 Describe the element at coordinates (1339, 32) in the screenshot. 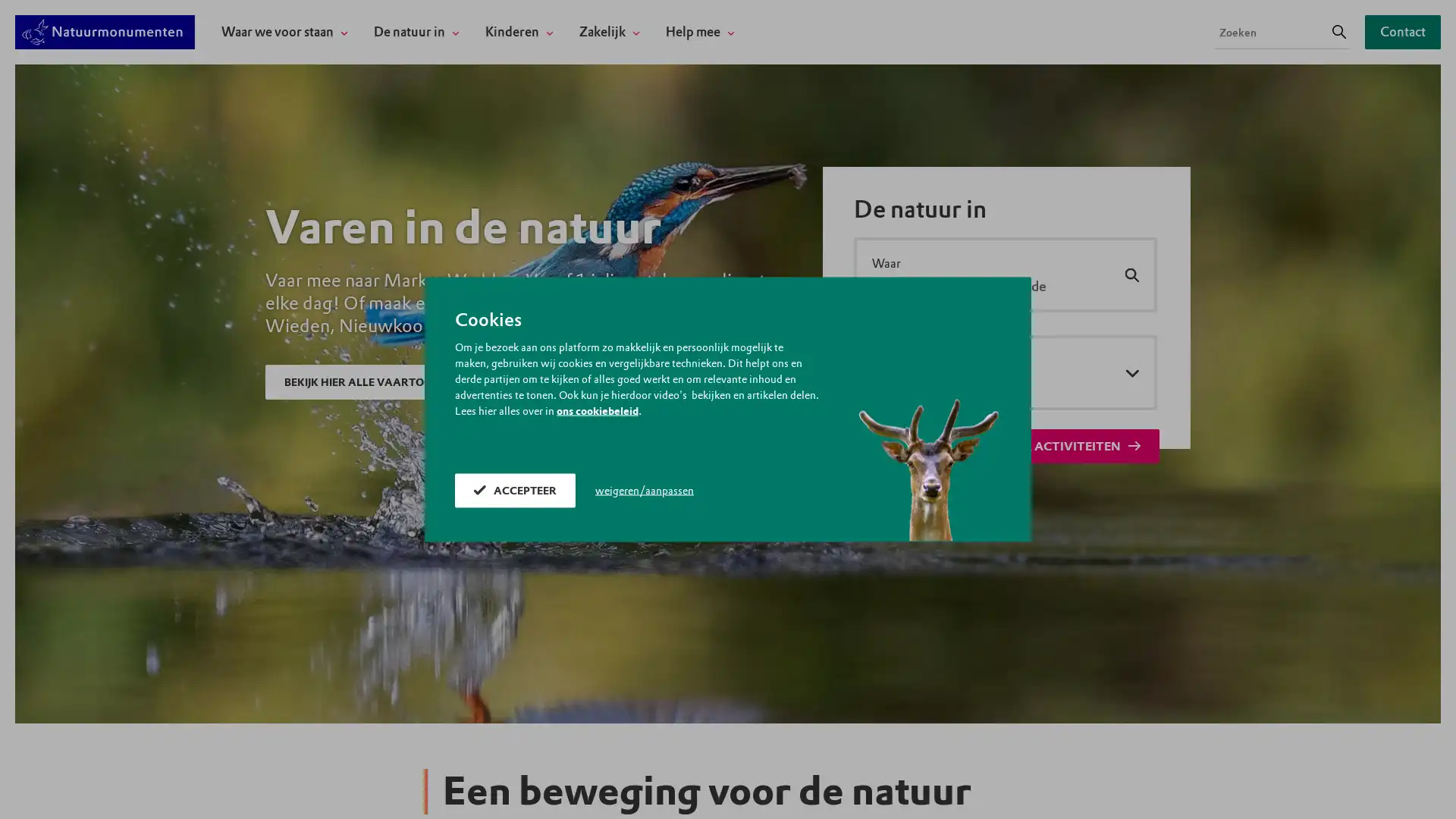

I see `Zoeken` at that location.